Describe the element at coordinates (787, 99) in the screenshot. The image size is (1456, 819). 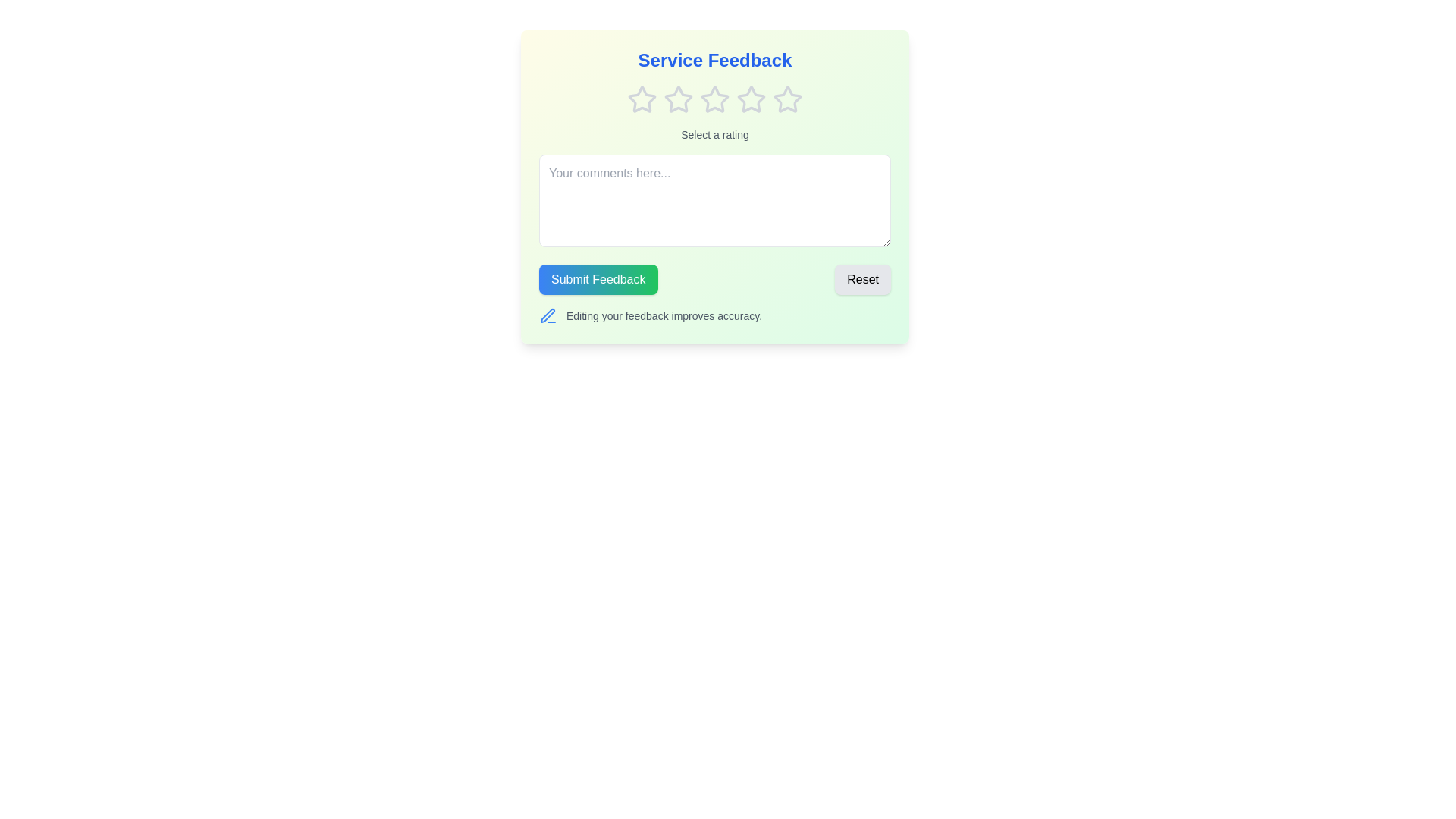
I see `the fifth star-shaped rating icon, which is light gray and positioned horizontally at the top of the feedback form` at that location.